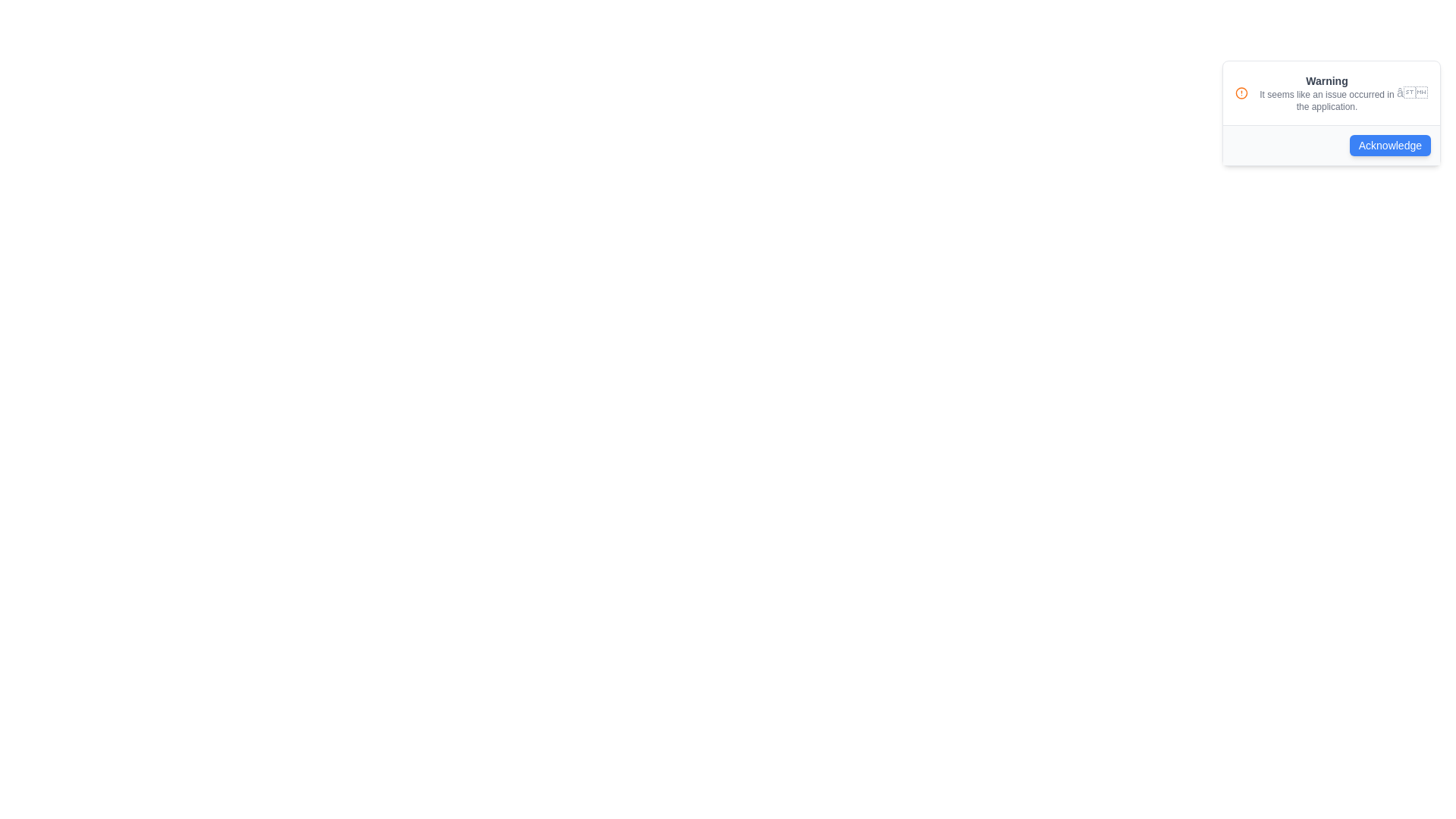 The image size is (1456, 819). I want to click on notification message from the informational notification card that contains an orange circular alert icon, a bold headline 'Warning', and a message stating 'It seems like an issue occurred in the application.', so click(1331, 93).